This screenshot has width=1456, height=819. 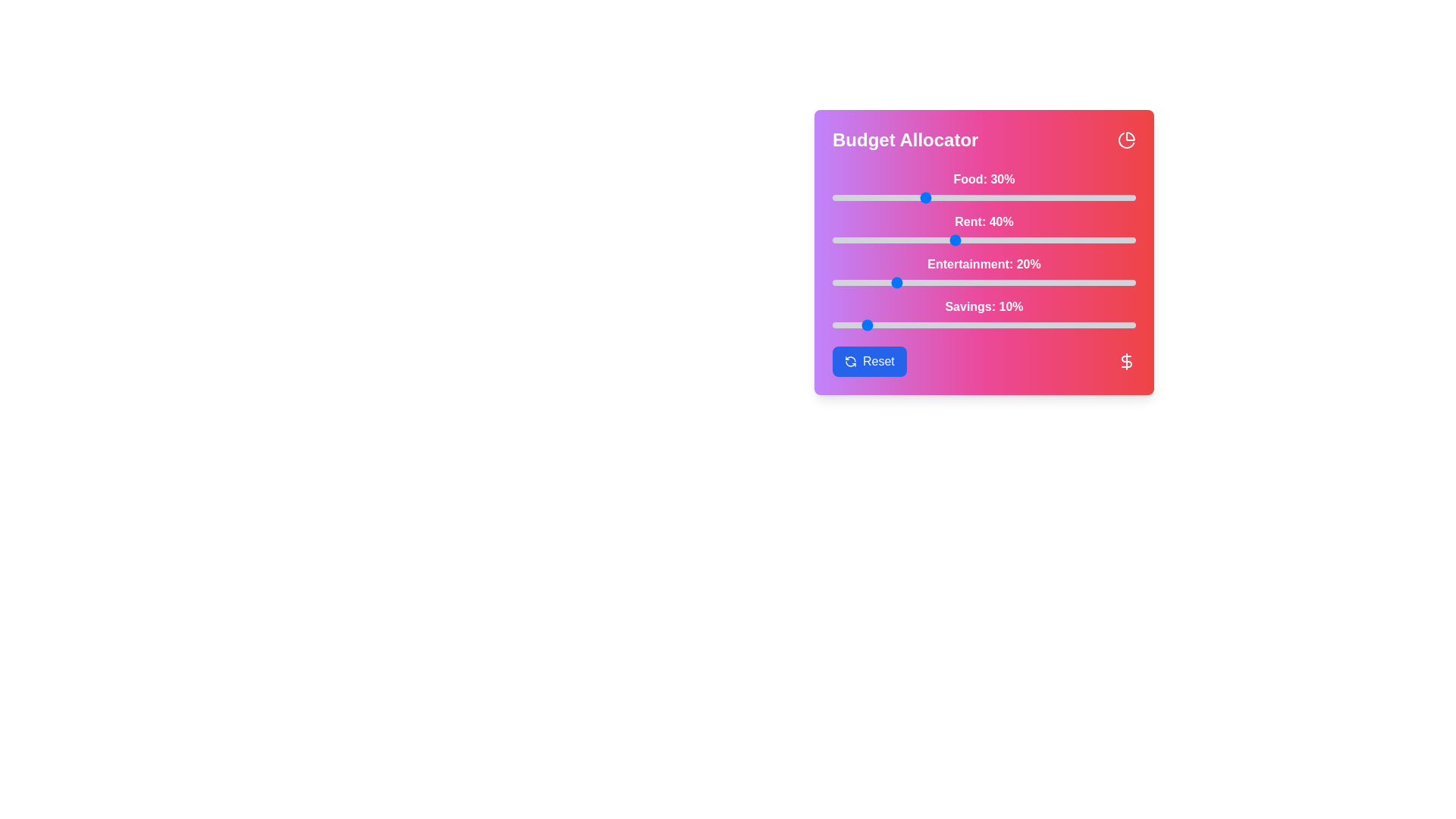 I want to click on the entertainment budget, so click(x=902, y=283).